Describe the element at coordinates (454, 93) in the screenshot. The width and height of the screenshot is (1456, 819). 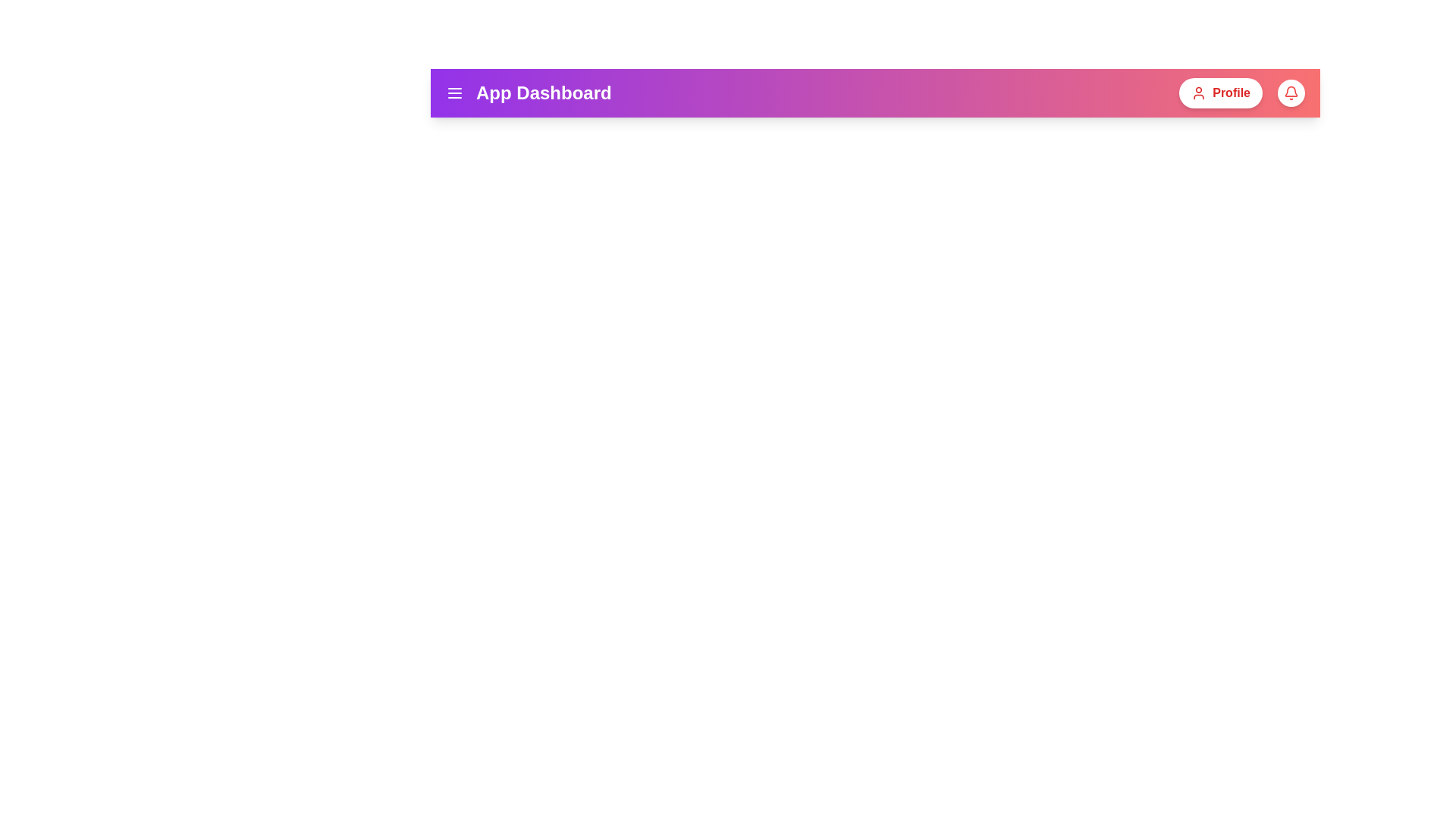
I see `the menu button to expand the menu` at that location.